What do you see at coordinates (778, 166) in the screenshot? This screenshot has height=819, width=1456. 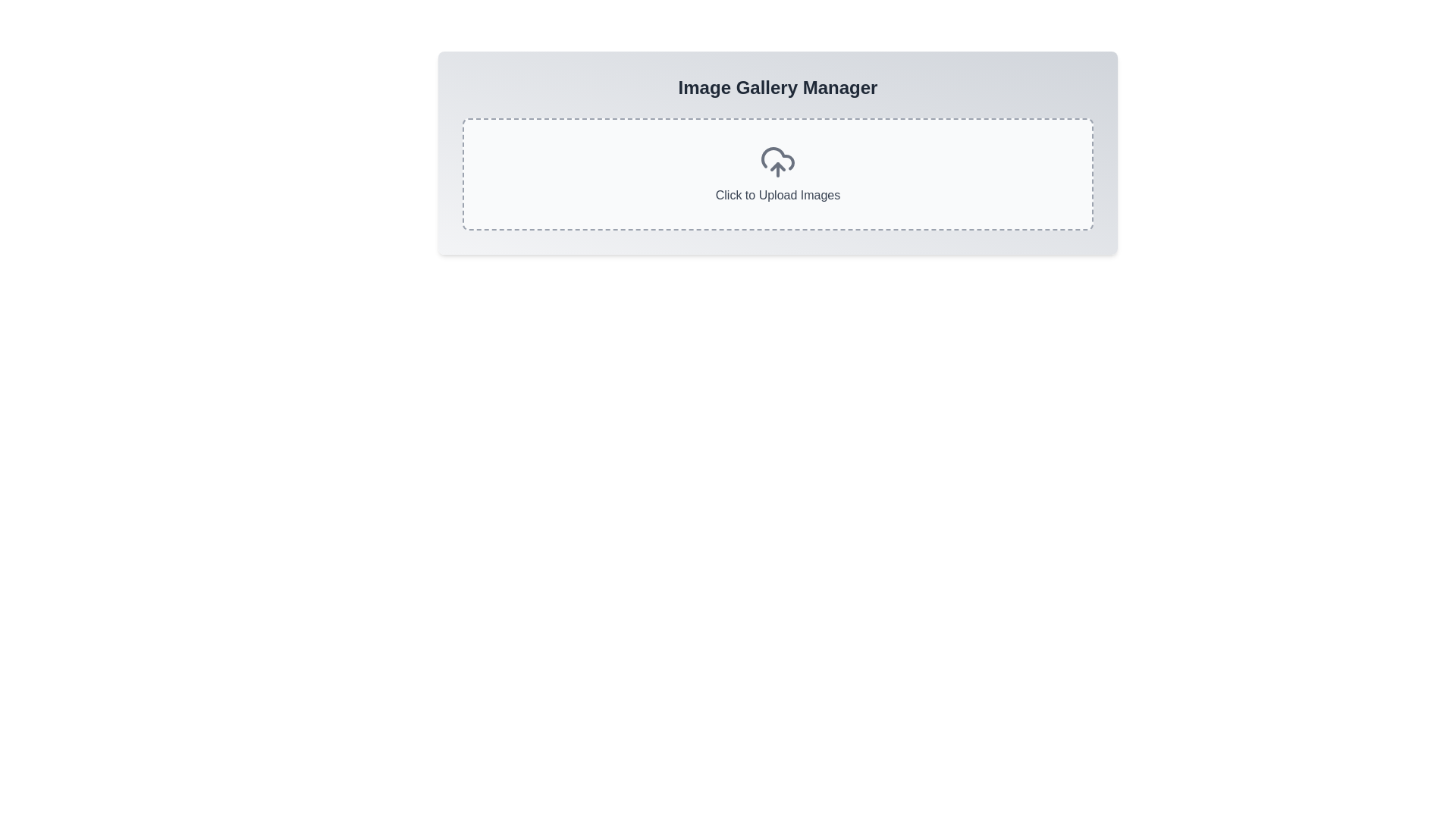 I see `the upward-pointing arrow icon, which is a gray chevron shape located at the bottom part of the cloud icon` at bounding box center [778, 166].